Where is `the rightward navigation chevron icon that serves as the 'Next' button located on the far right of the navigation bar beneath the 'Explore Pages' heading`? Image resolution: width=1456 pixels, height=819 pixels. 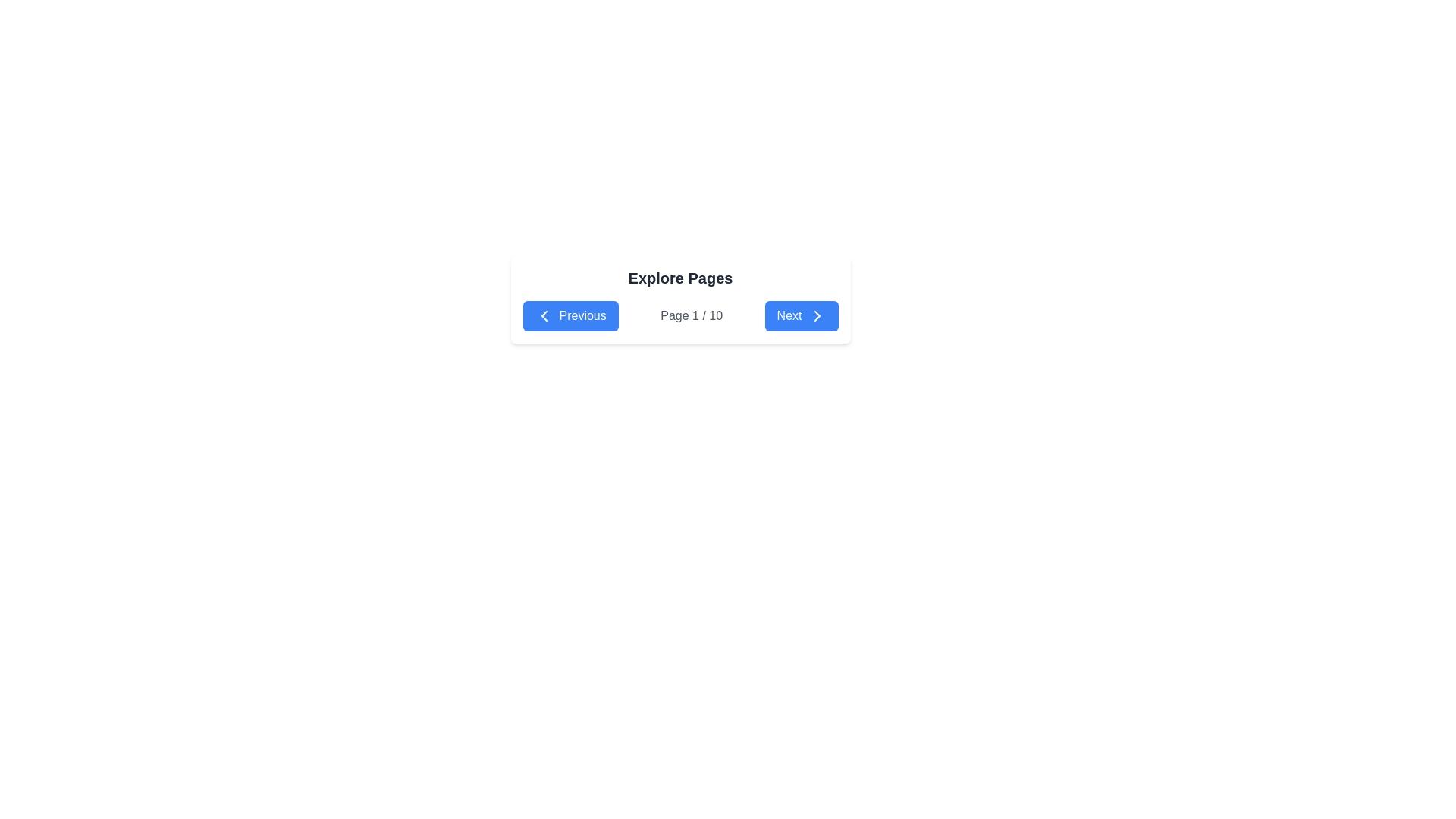 the rightward navigation chevron icon that serves as the 'Next' button located on the far right of the navigation bar beneath the 'Explore Pages' heading is located at coordinates (816, 315).